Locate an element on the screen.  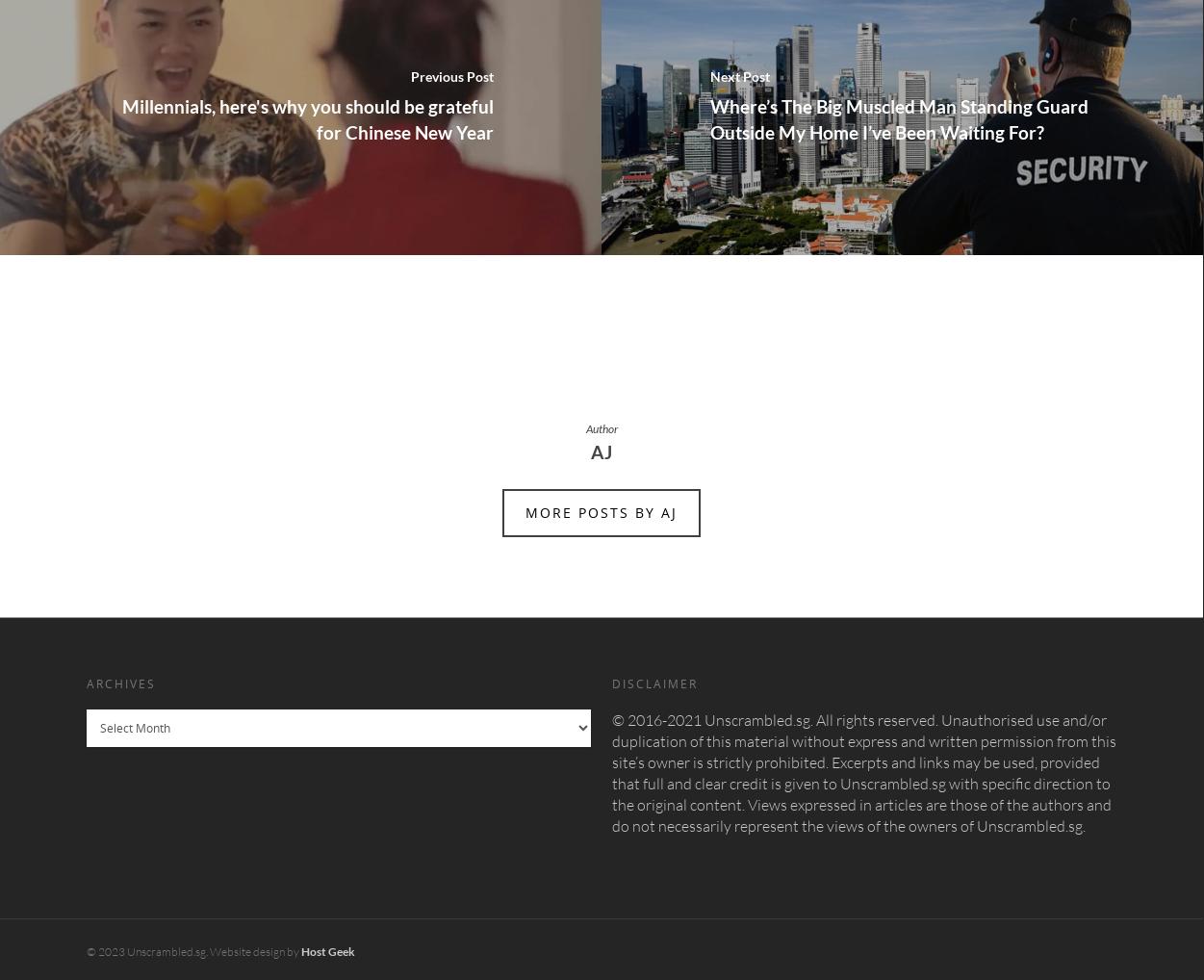
'Author' is located at coordinates (601, 426).